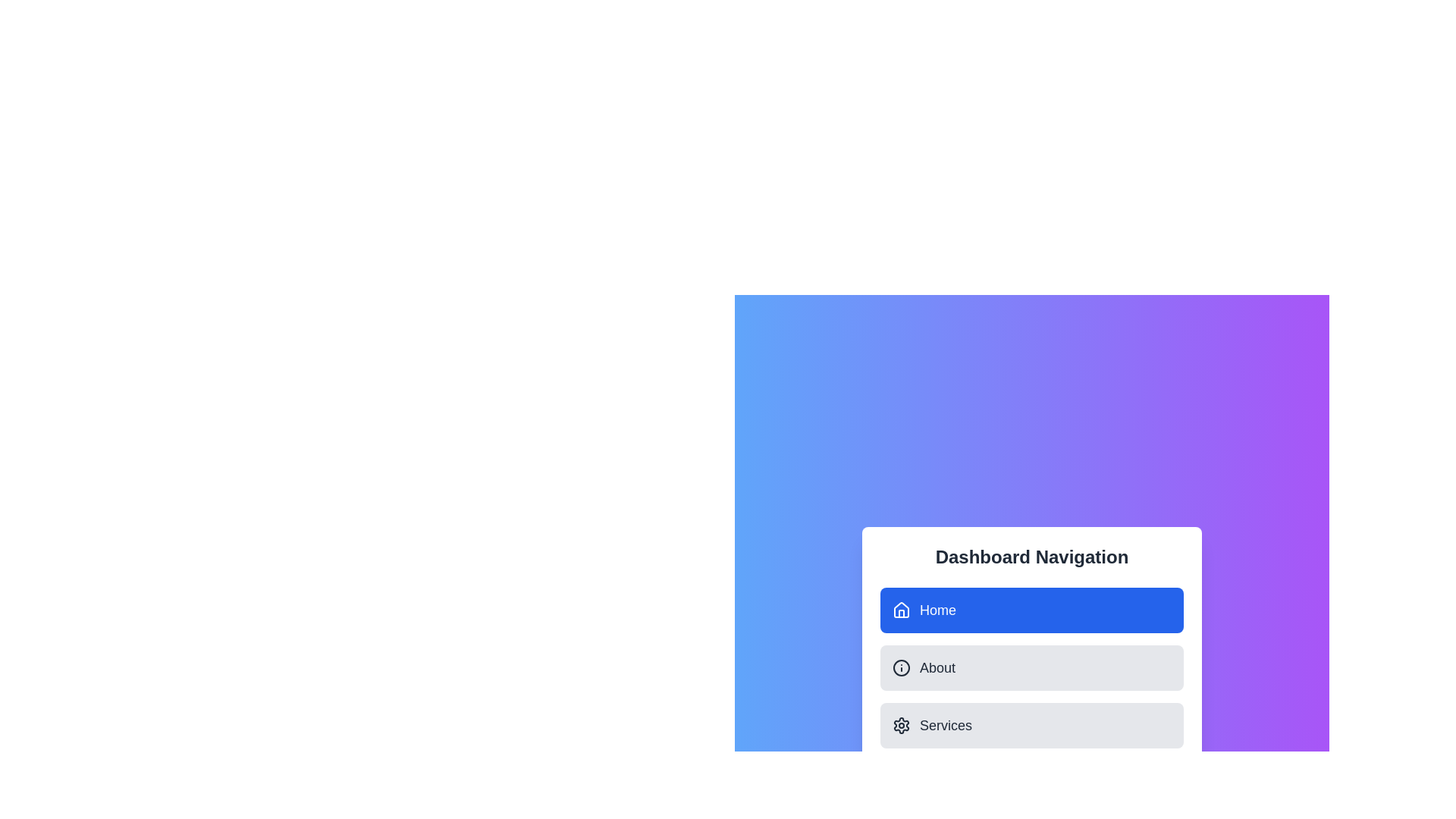  What do you see at coordinates (1031, 724) in the screenshot?
I see `the 'Services' button located in the vertical navigation menu, which is the third item in a list of five` at bounding box center [1031, 724].